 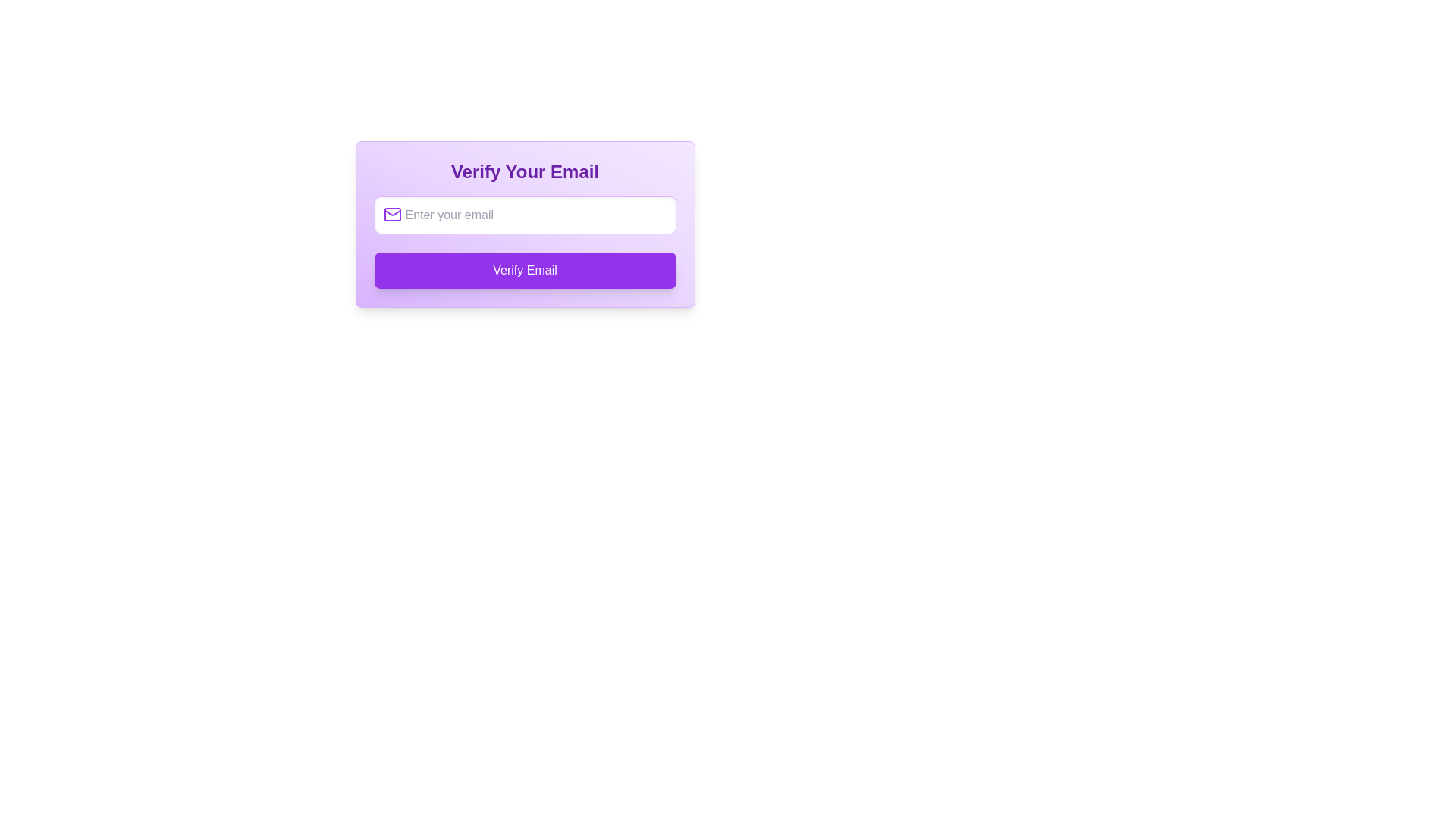 What do you see at coordinates (392, 214) in the screenshot?
I see `the graphical icon part of the email icon within the 'Verify Your Email' interface, positioned to the left of the 'Enter your email' text input field` at bounding box center [392, 214].